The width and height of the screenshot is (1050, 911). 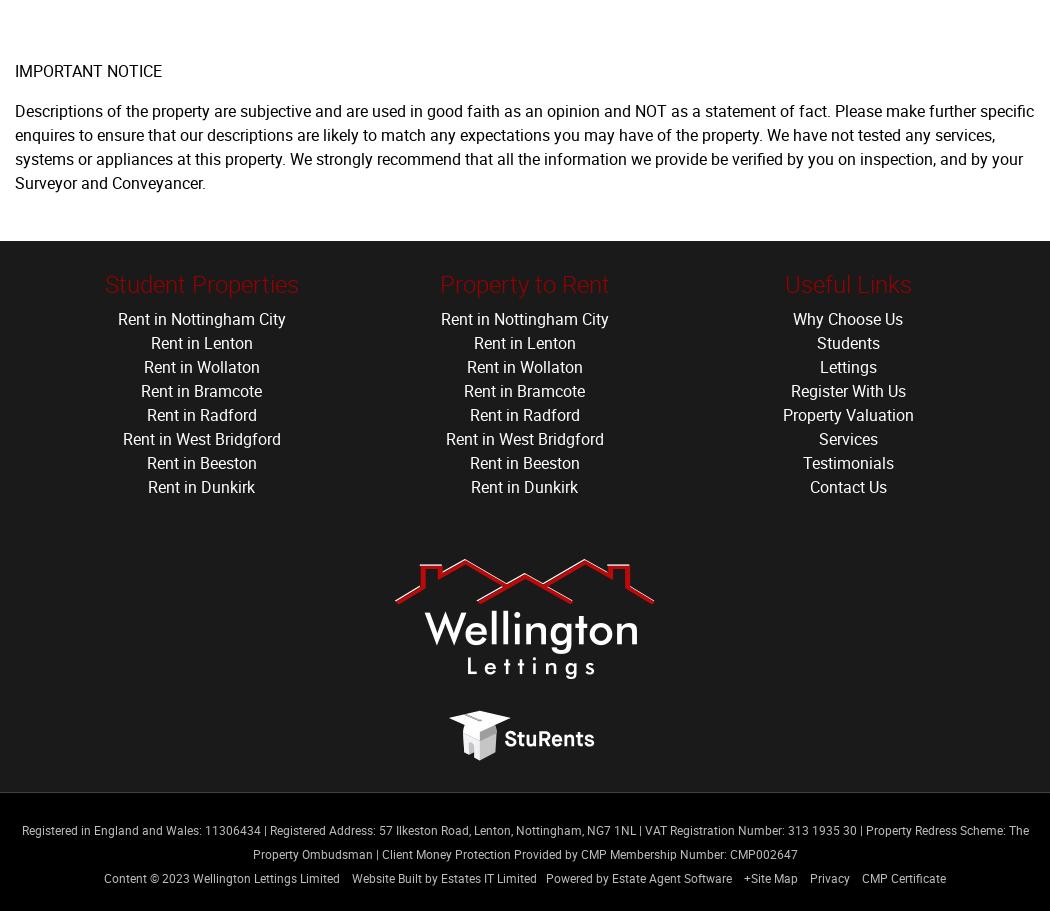 I want to click on 'Client Money Protection Provided by CMP Membership Number: CMP002647', so click(x=588, y=852).